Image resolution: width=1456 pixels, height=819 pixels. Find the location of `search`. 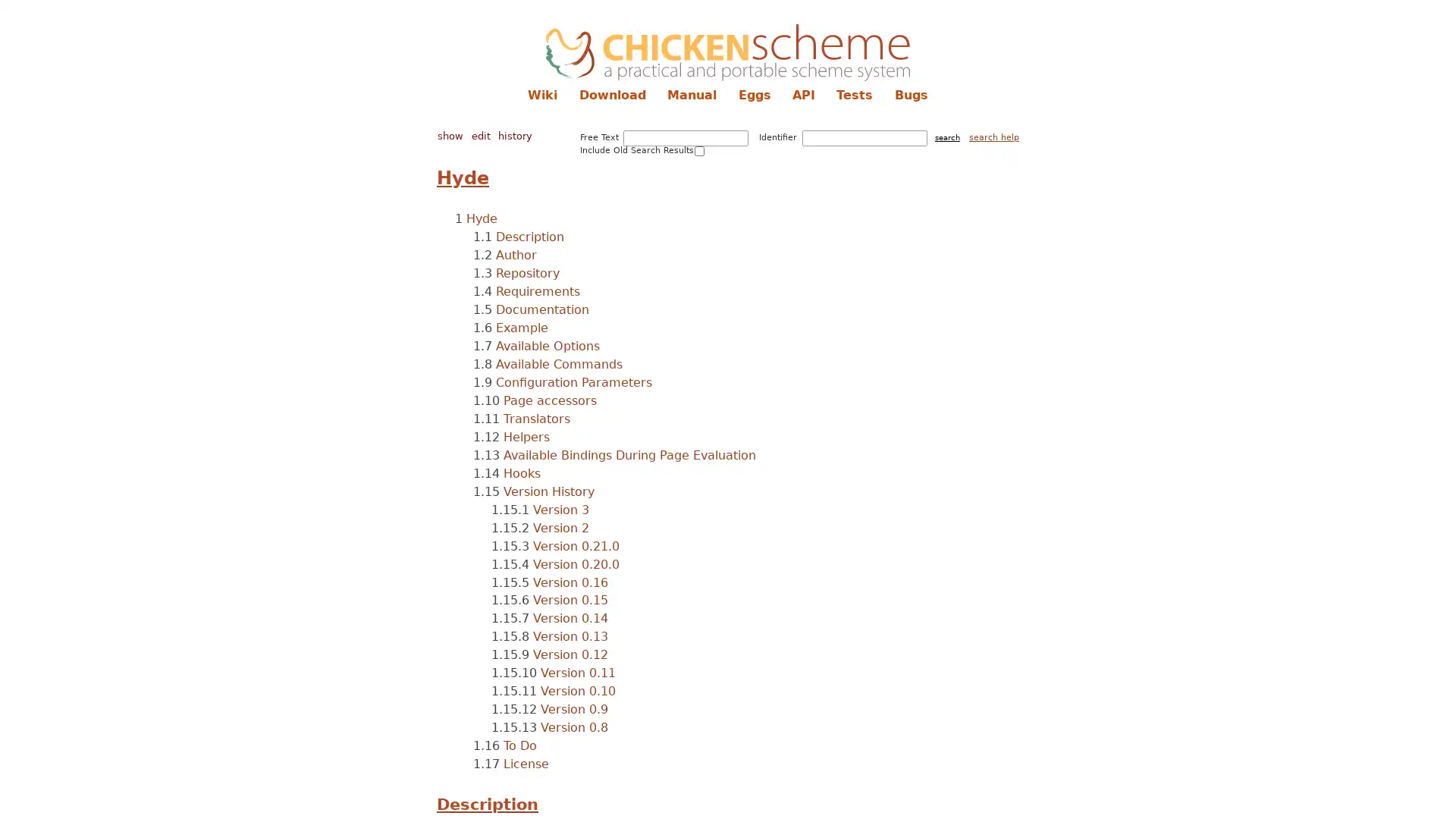

search is located at coordinates (946, 137).